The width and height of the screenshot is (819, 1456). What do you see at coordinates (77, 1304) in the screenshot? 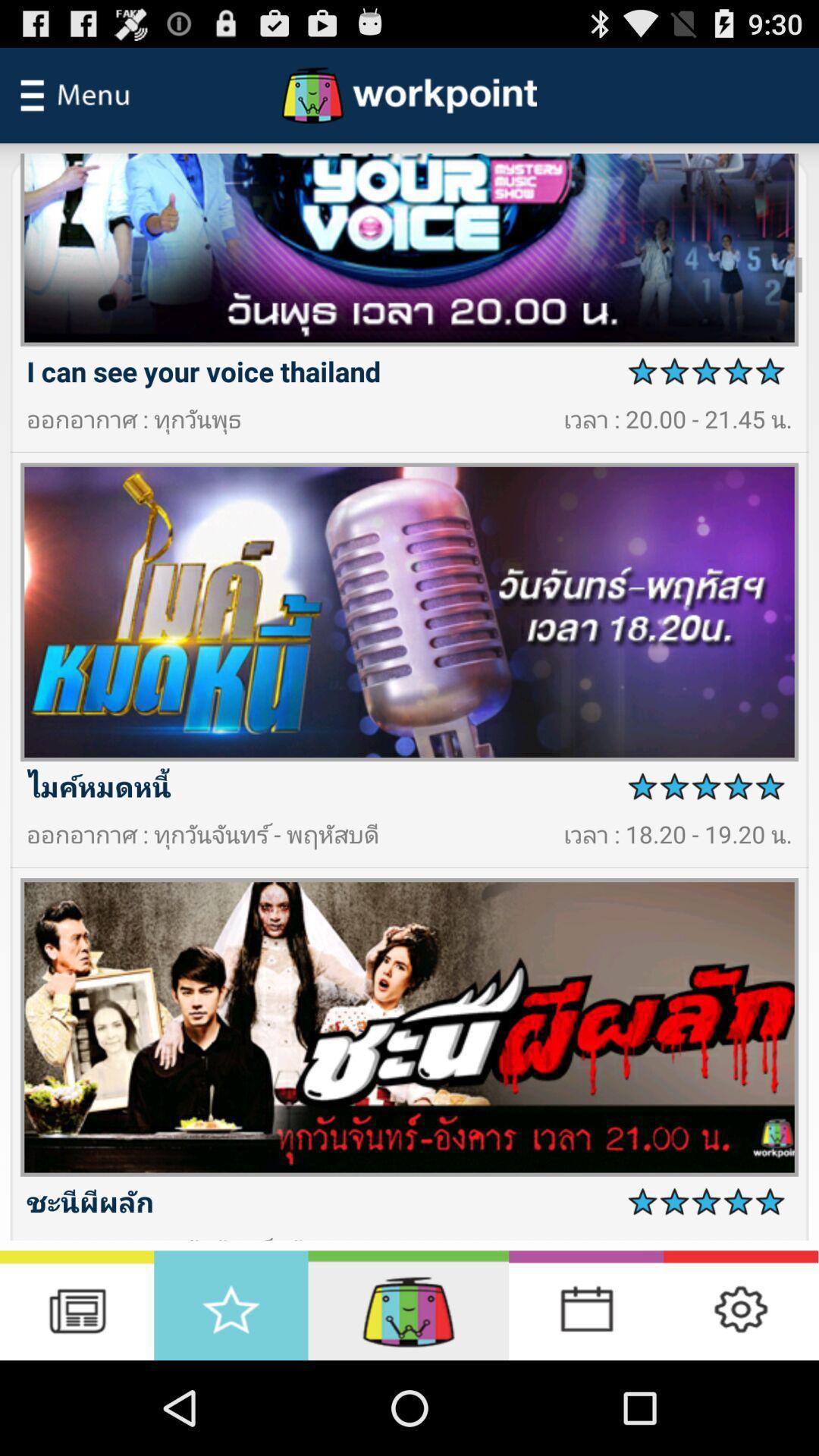
I see `open tv schedule` at bounding box center [77, 1304].